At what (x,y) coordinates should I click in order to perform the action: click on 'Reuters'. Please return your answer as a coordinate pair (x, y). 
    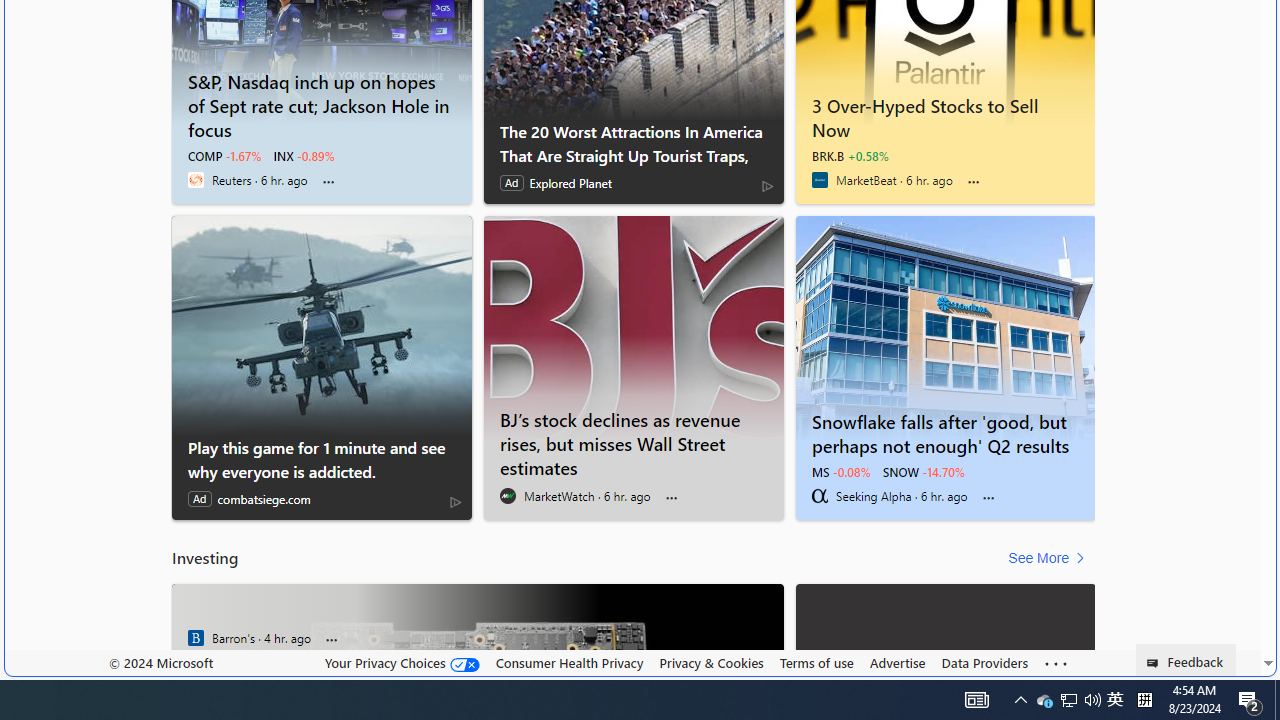
    Looking at the image, I should click on (195, 180).